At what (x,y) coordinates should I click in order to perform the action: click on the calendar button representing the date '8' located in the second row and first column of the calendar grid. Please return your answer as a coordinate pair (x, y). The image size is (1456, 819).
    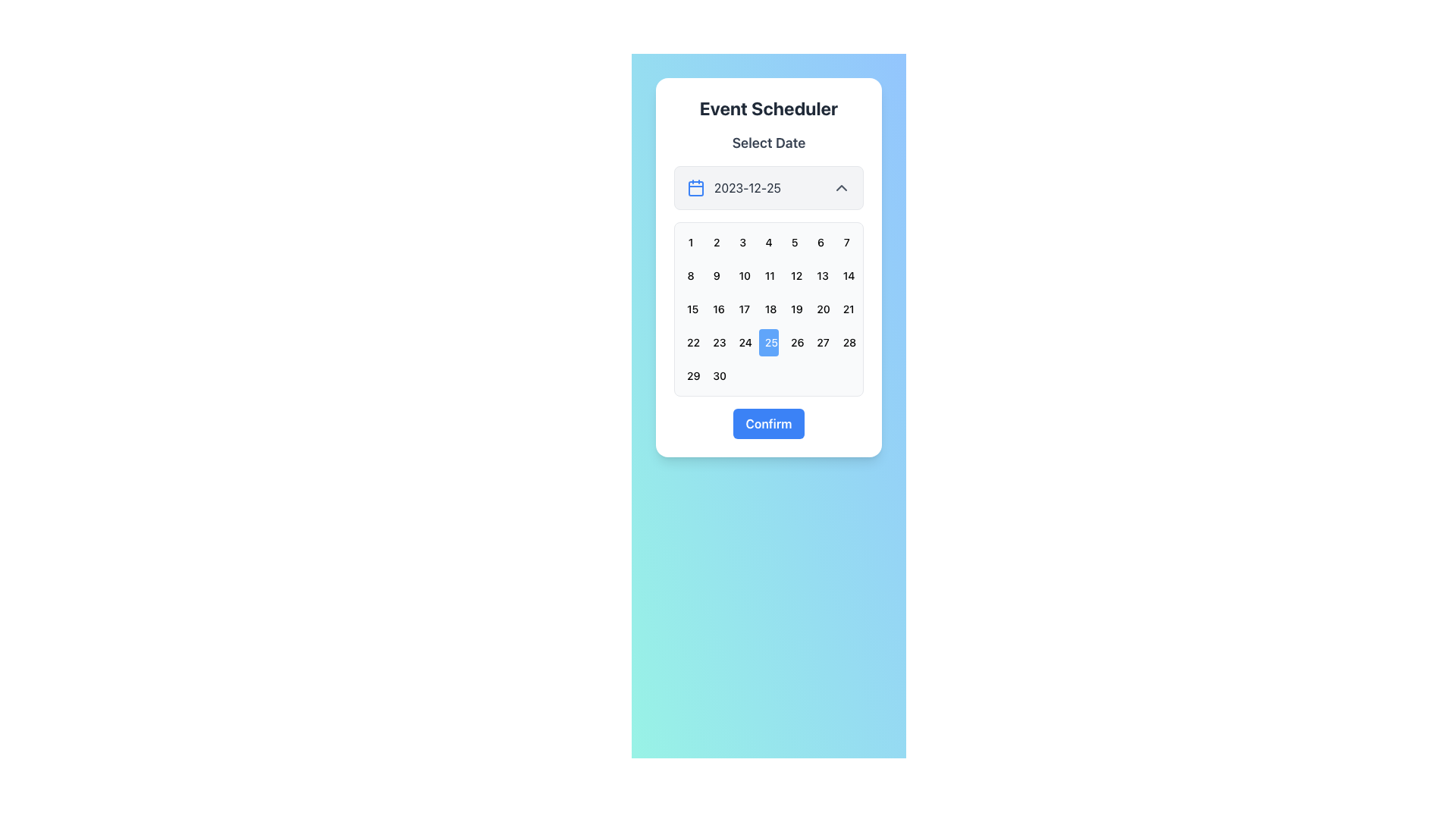
    Looking at the image, I should click on (690, 275).